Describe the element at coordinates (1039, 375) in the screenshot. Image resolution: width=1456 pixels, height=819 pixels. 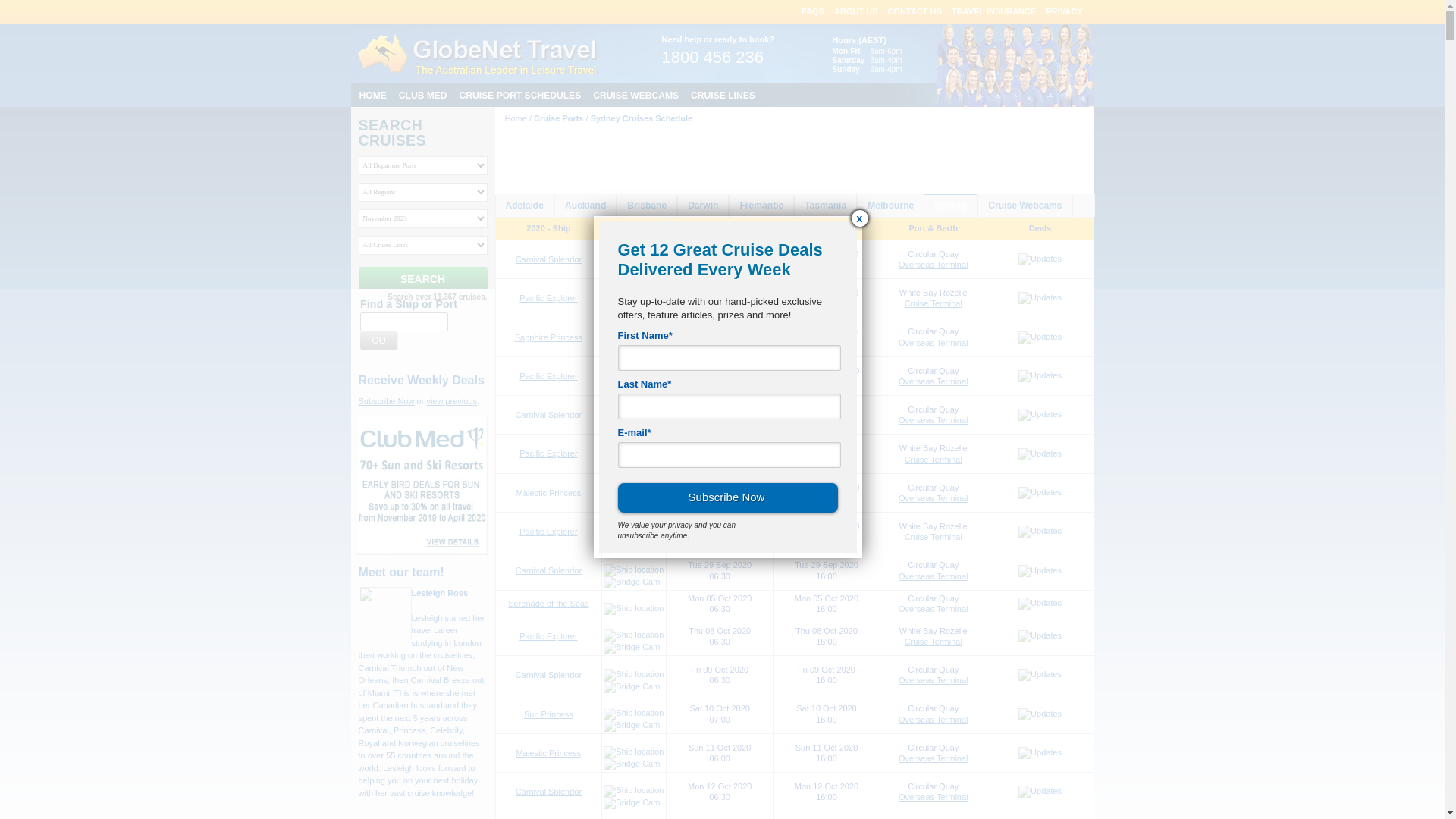
I see `'Updates'` at that location.